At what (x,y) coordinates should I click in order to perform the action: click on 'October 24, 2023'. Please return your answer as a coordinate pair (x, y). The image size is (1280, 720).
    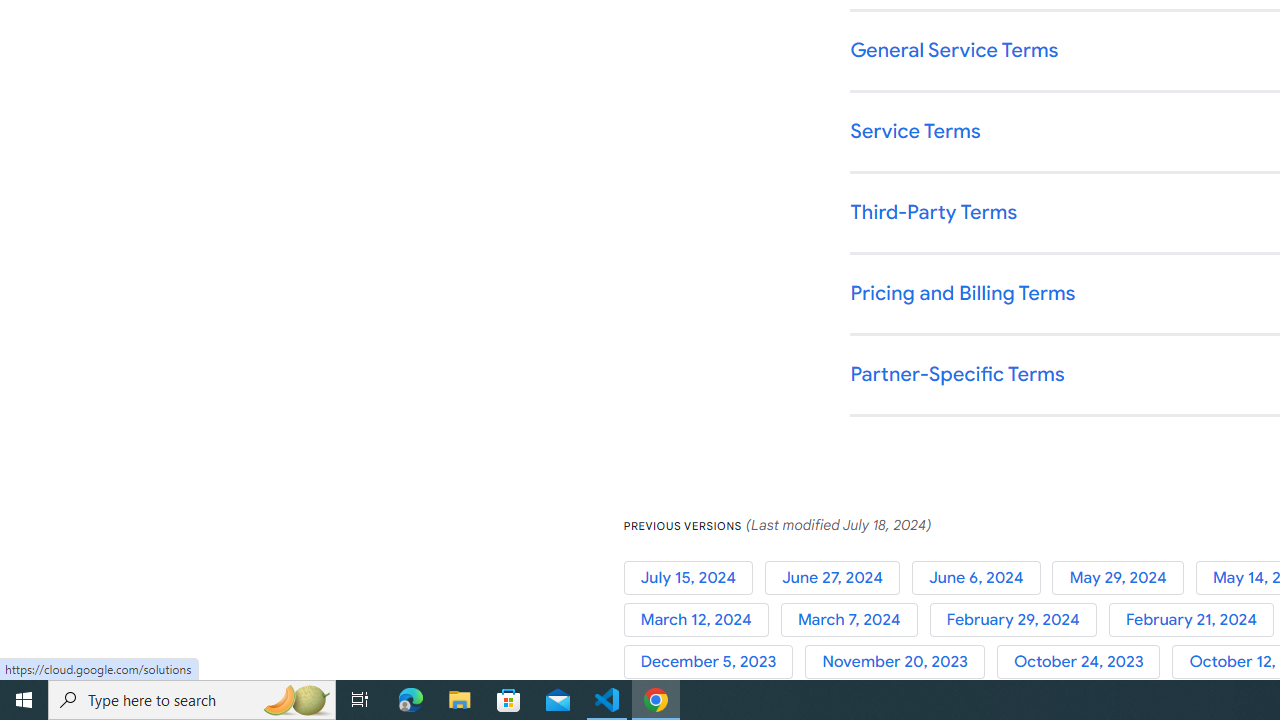
    Looking at the image, I should click on (1083, 662).